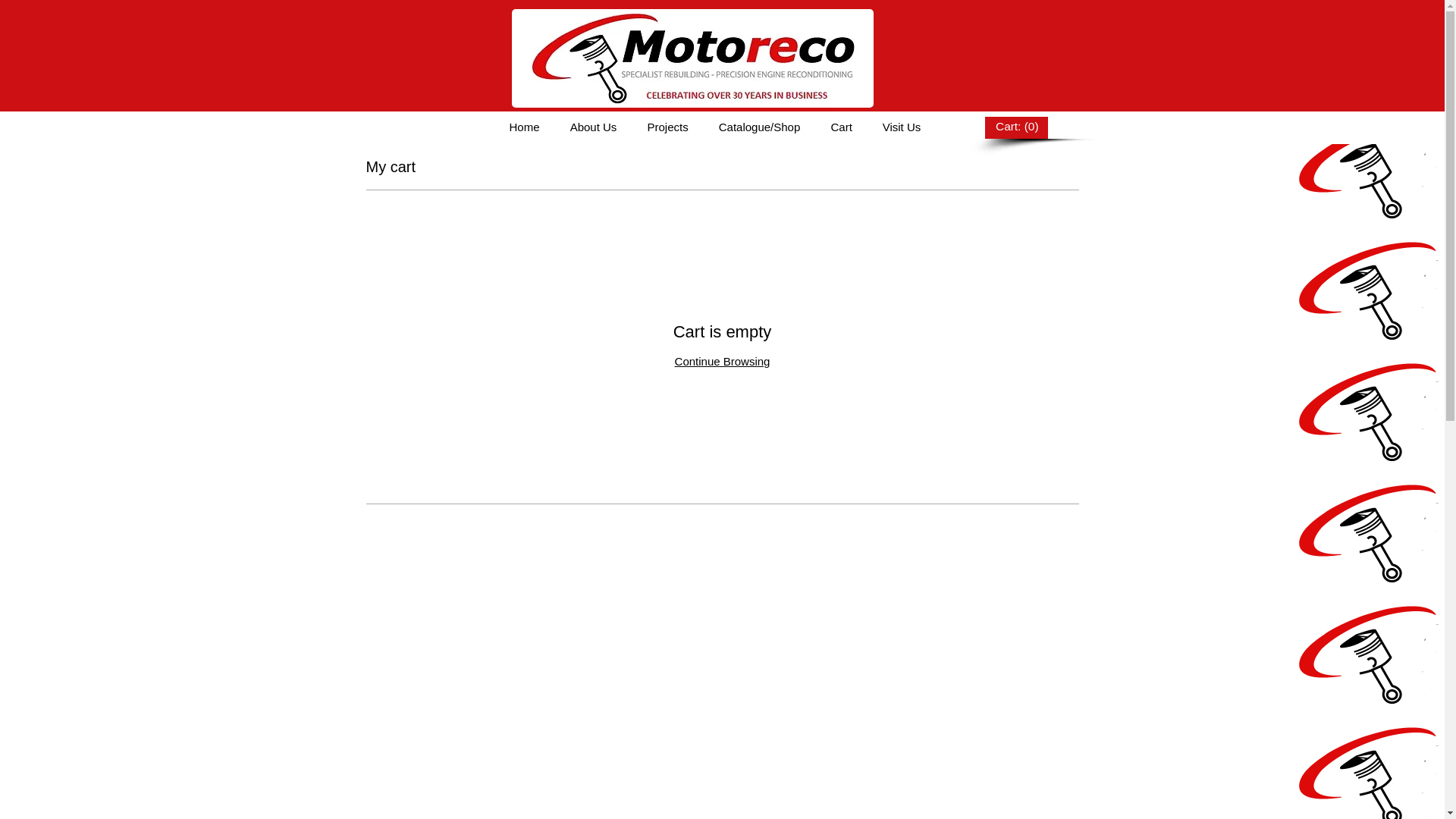 Image resolution: width=1456 pixels, height=819 pixels. What do you see at coordinates (722, 361) in the screenshot?
I see `'Continue Browsing'` at bounding box center [722, 361].